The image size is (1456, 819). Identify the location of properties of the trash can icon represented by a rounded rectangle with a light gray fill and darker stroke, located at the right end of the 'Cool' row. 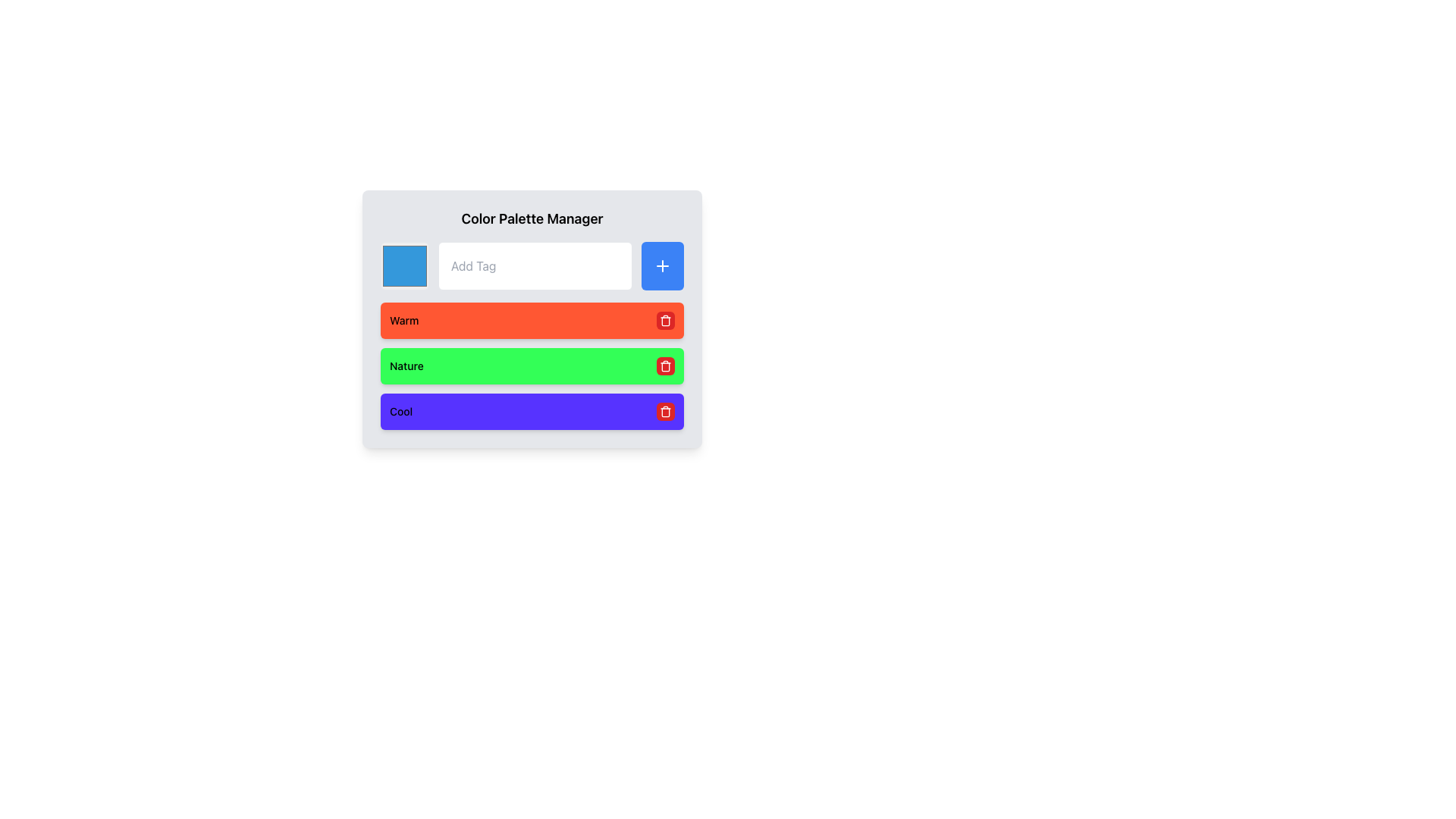
(666, 412).